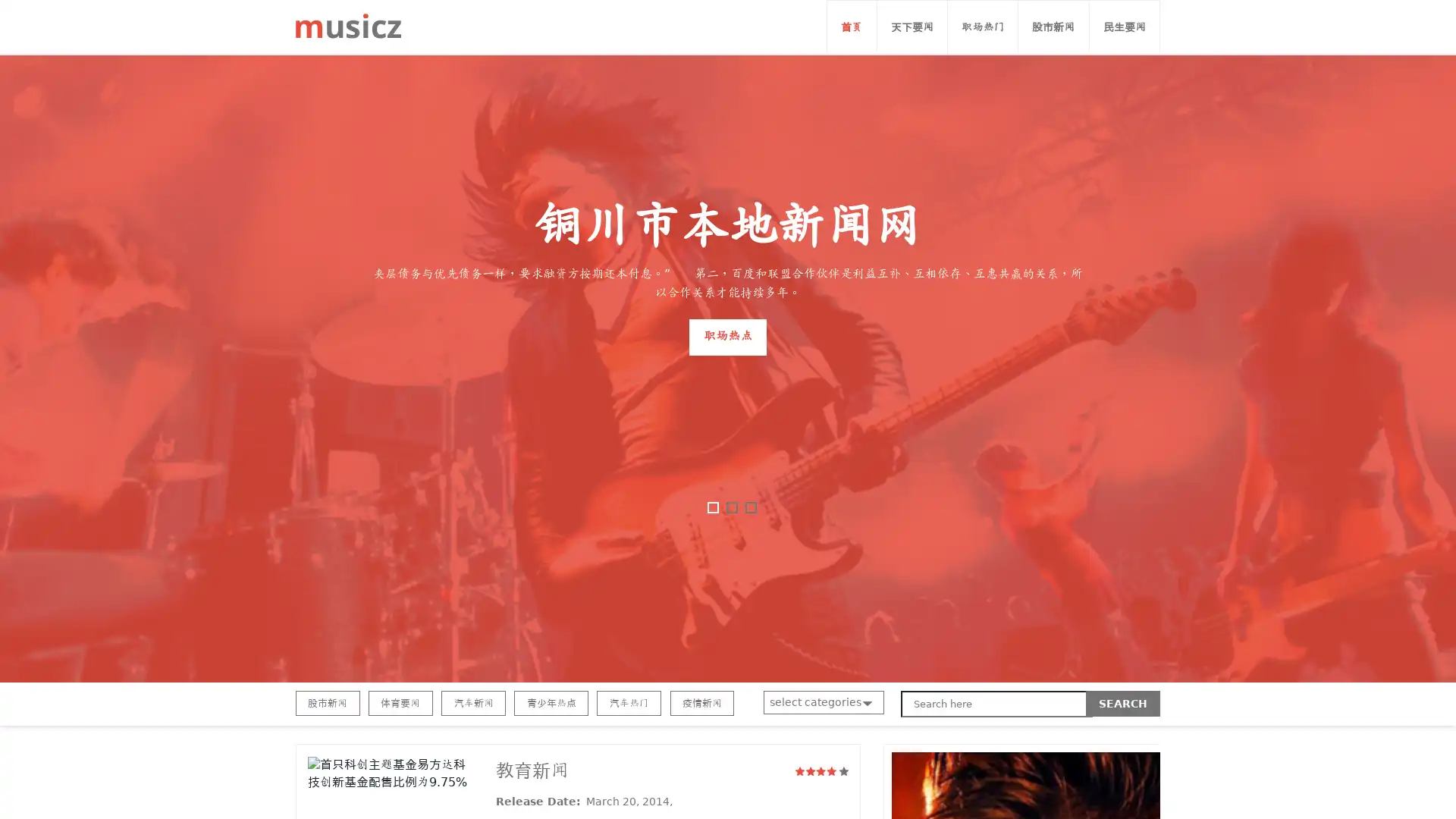  I want to click on search, so click(1123, 704).